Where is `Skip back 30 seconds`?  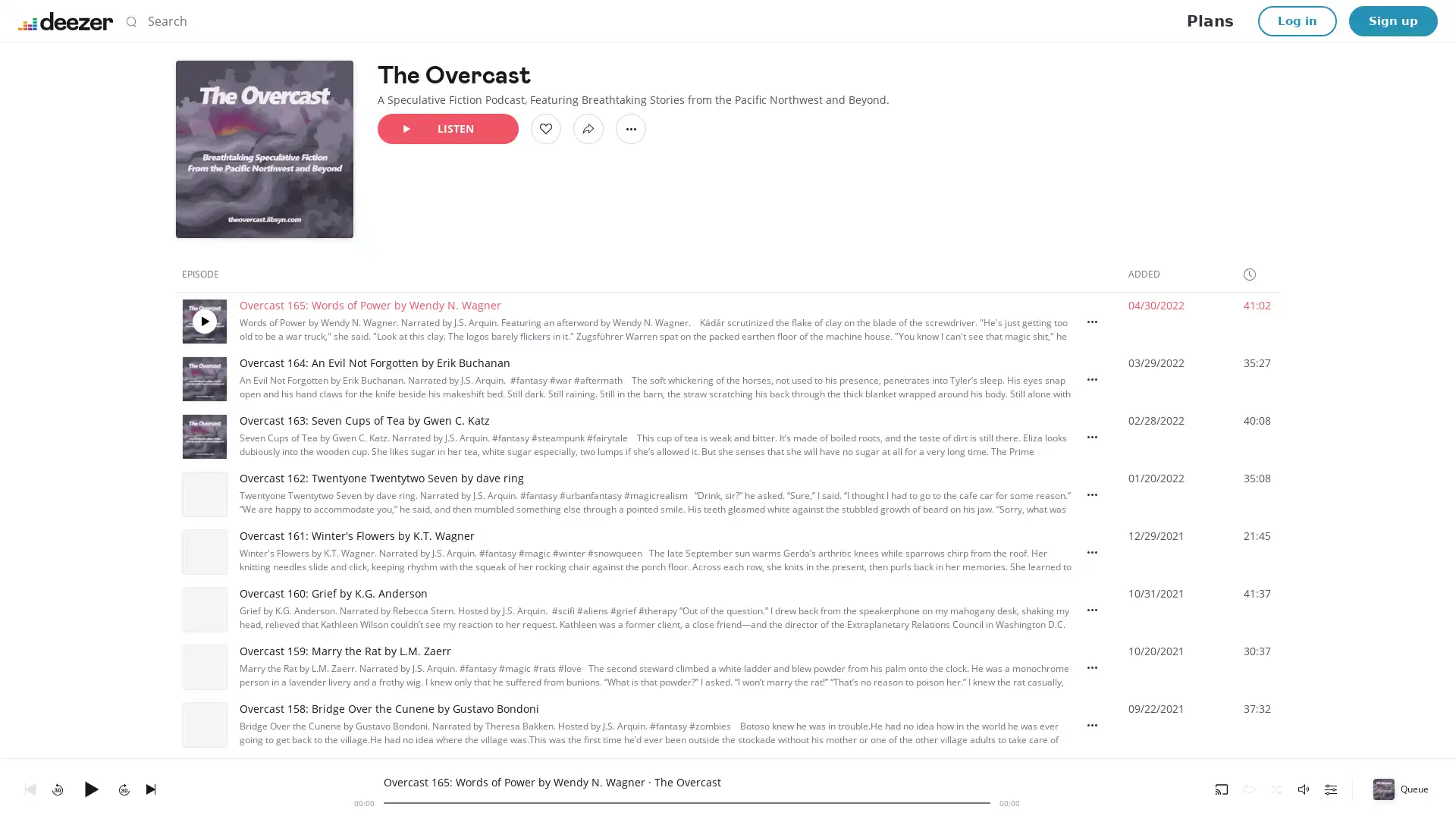
Skip back 30 seconds is located at coordinates (58, 788).